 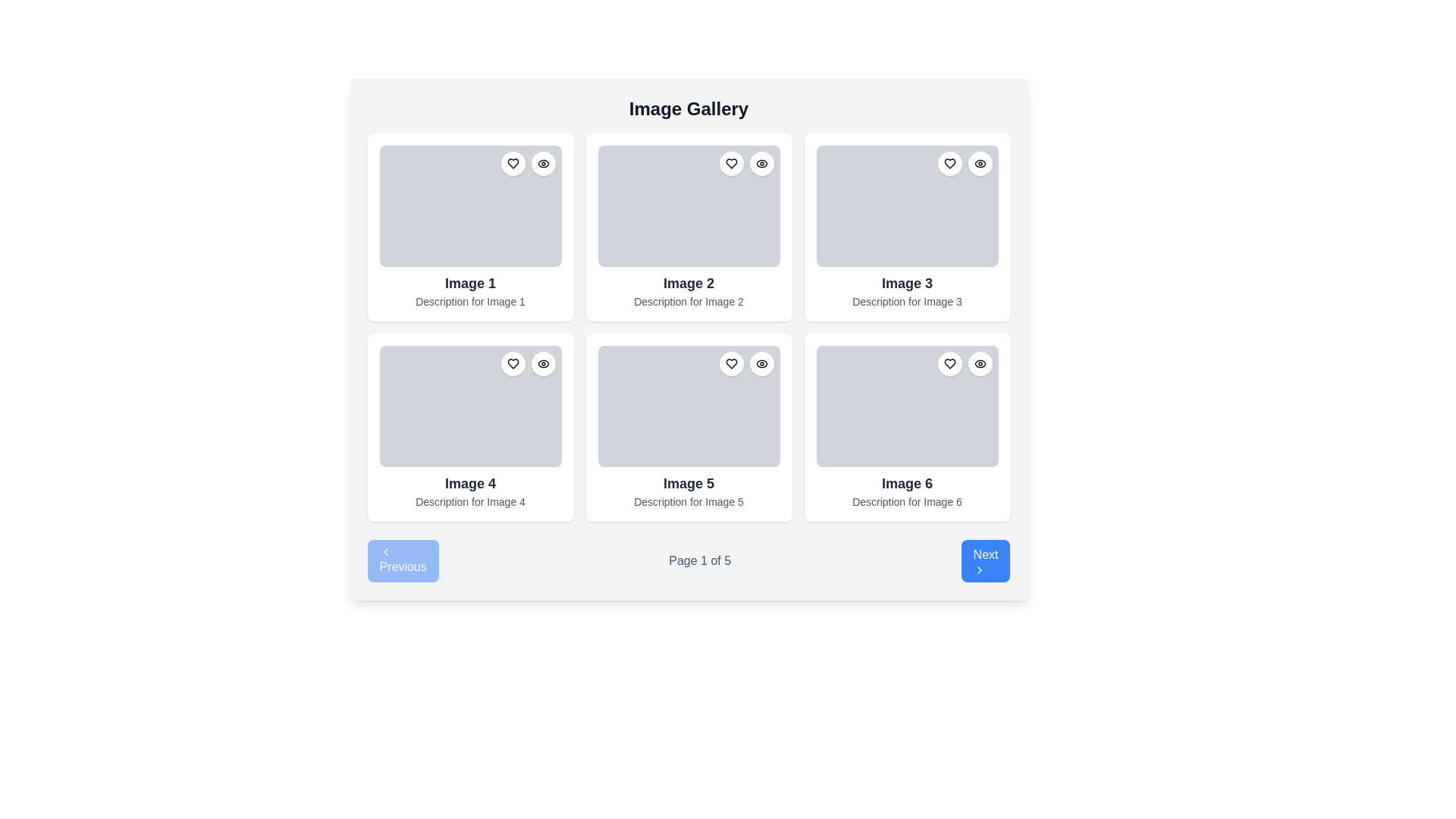 What do you see at coordinates (543, 363) in the screenshot?
I see `the outer shape of the eye icon associated with viewing or previewing content, located adjacent to each image thumbnail` at bounding box center [543, 363].